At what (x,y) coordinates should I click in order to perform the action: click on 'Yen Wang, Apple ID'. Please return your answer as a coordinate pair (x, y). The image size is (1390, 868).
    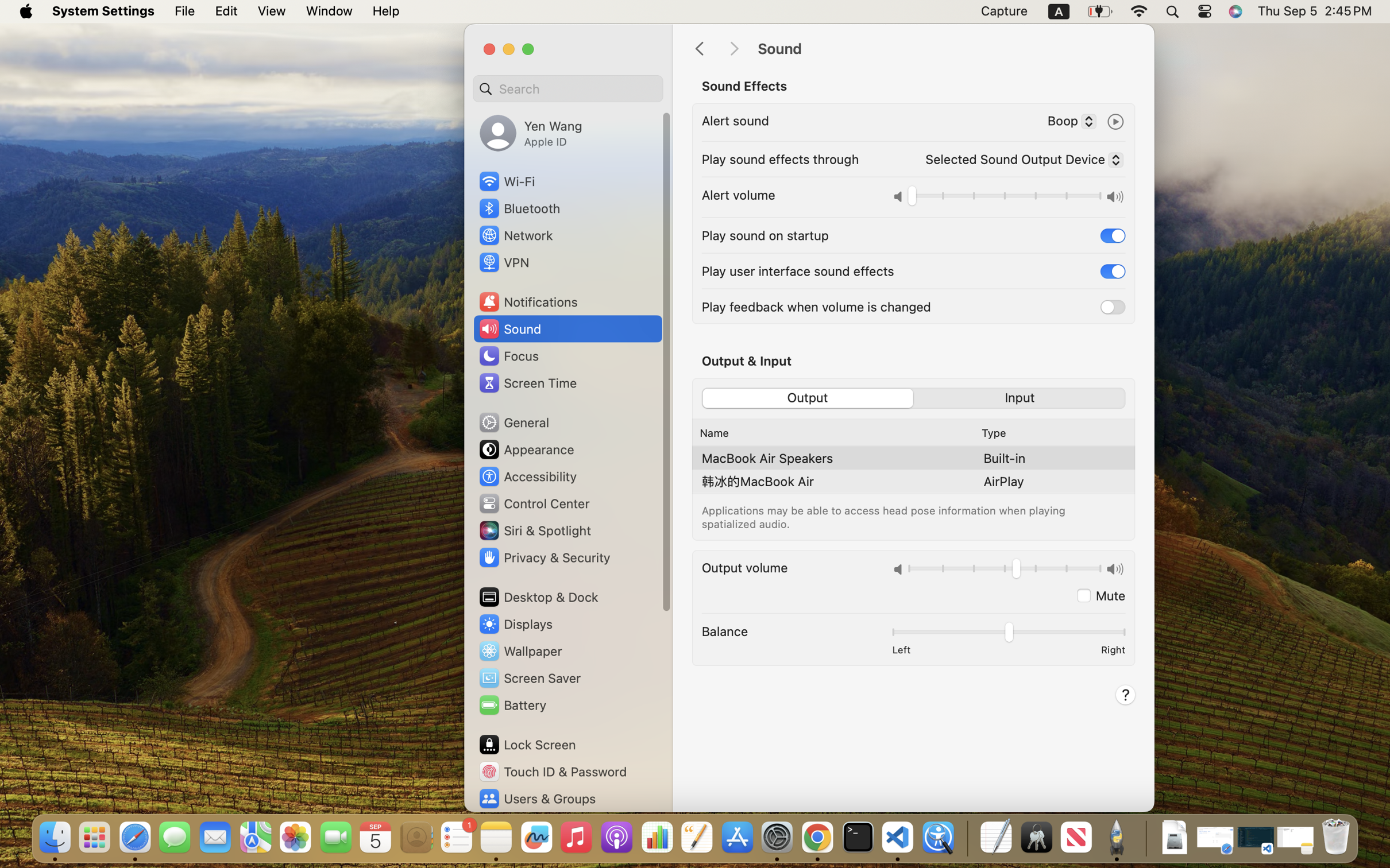
    Looking at the image, I should click on (530, 132).